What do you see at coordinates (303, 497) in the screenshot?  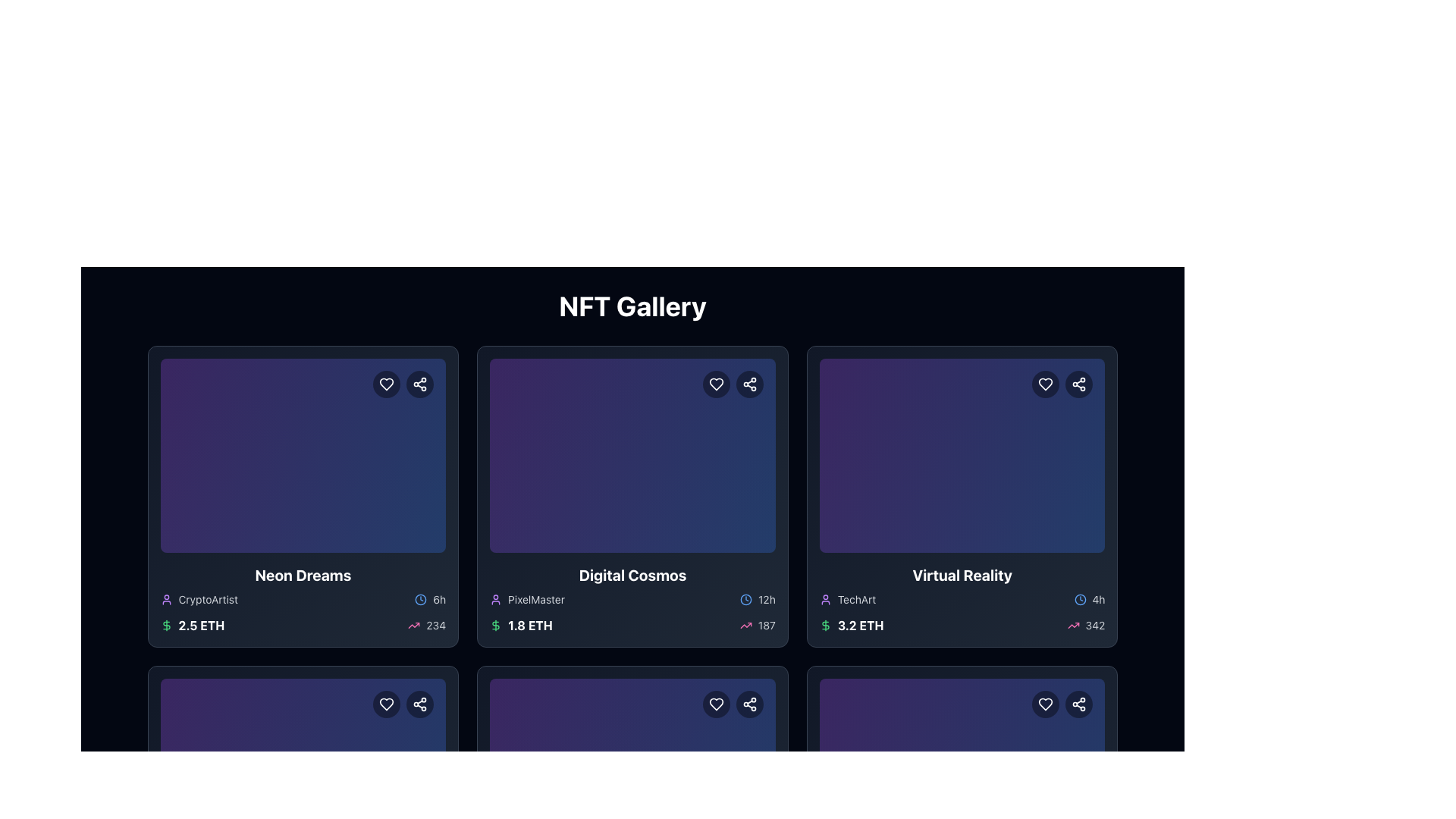 I see `the leftmost card in the first row of the gallery catalog, which displays details like title, artist, price, and duration` at bounding box center [303, 497].